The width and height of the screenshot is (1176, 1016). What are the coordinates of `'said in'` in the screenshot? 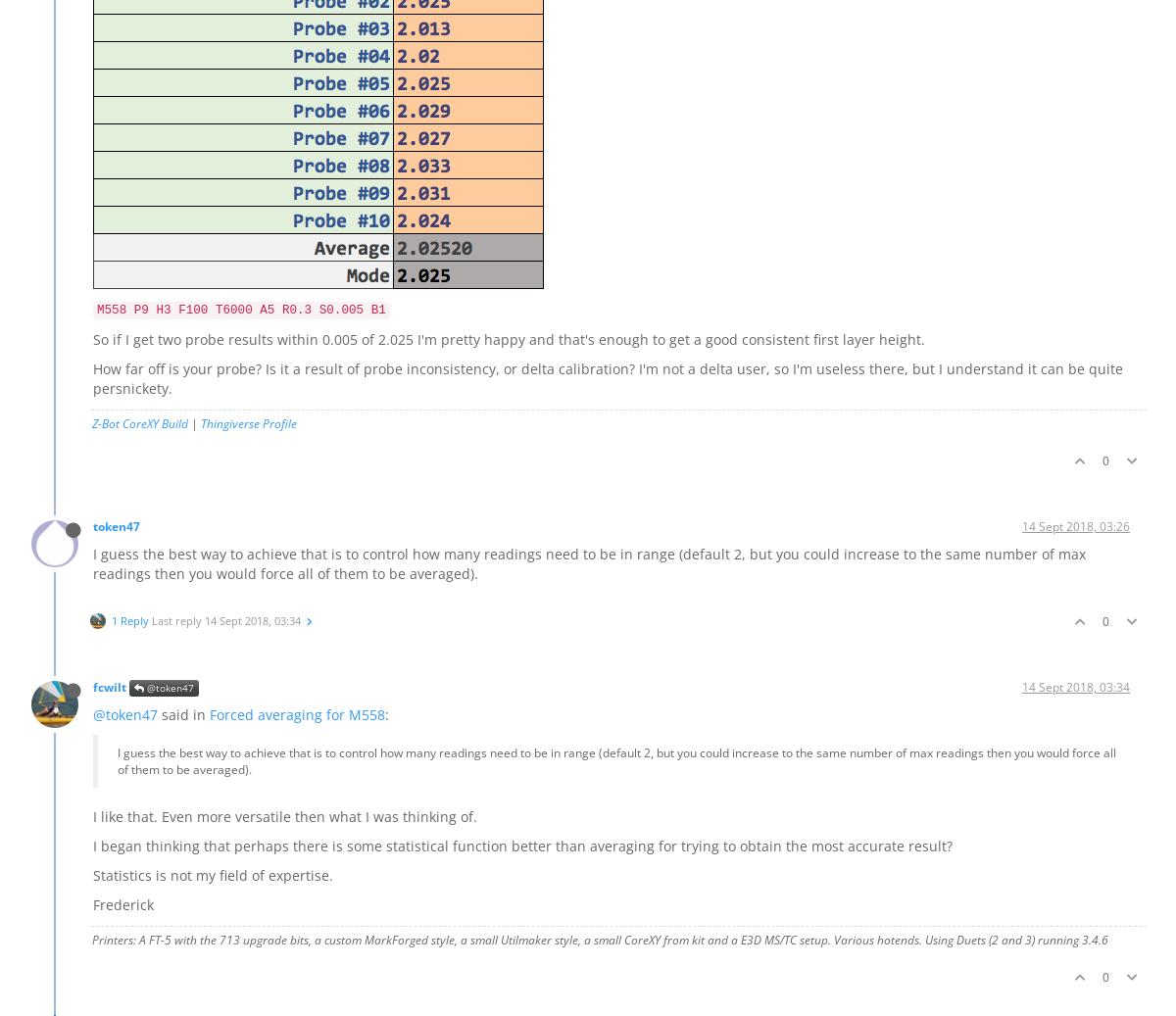 It's located at (182, 713).